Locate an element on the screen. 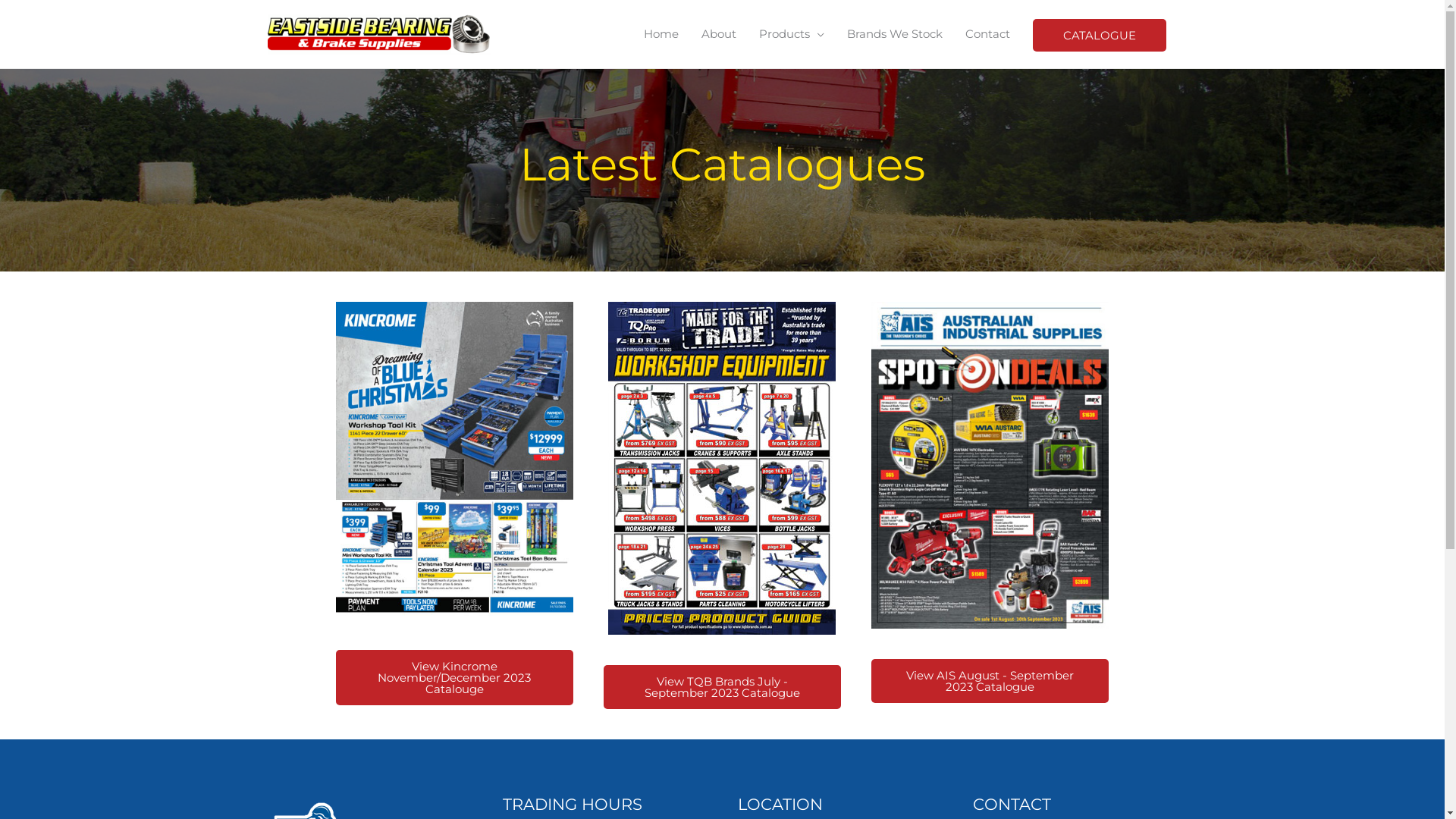 This screenshot has height=819, width=1456. 'AUGS23_FULL-CAT-(1)-compressed-1' is located at coordinates (990, 464).